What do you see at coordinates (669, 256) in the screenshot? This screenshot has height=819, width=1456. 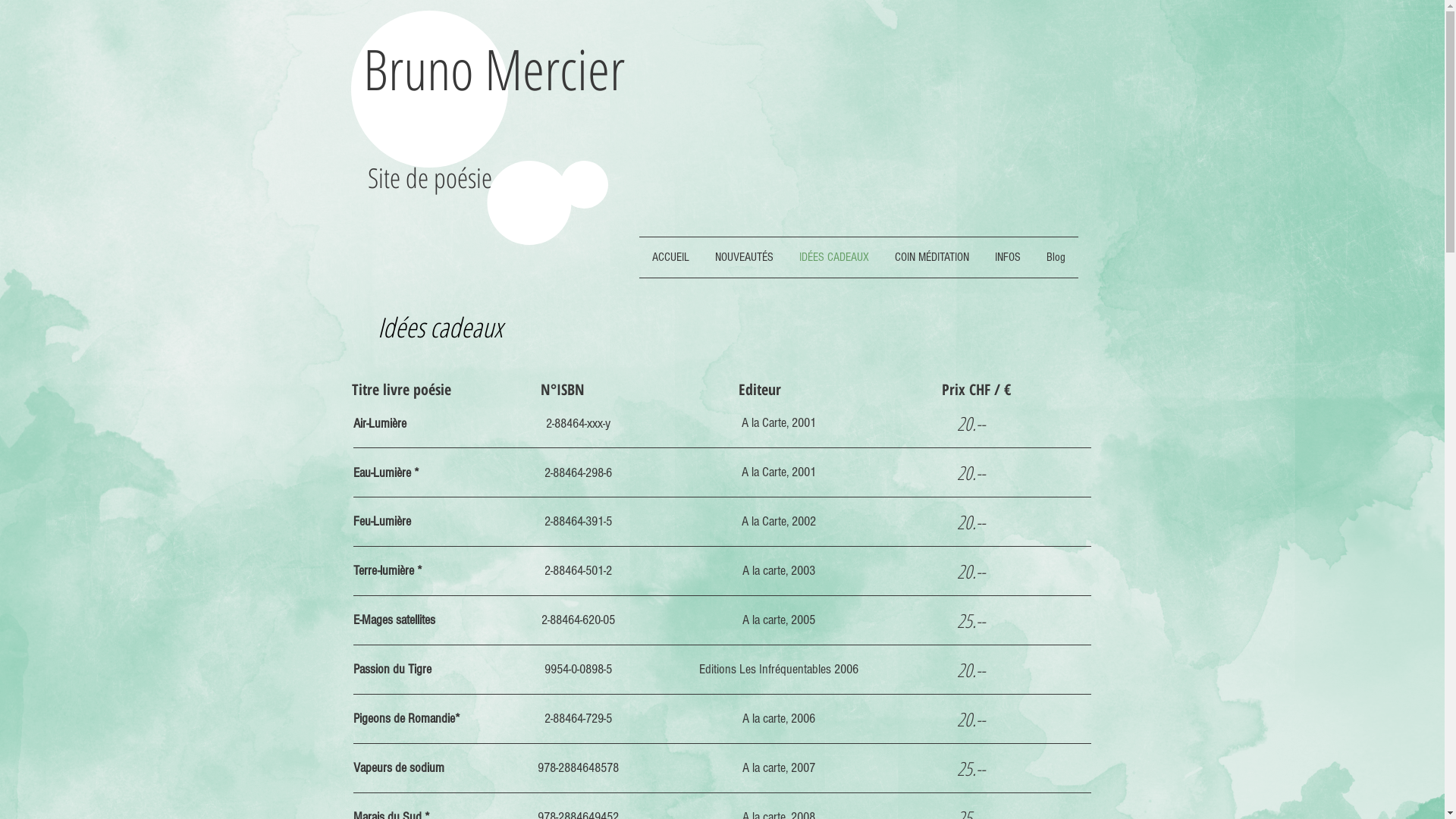 I see `'ACCUEIL'` at bounding box center [669, 256].